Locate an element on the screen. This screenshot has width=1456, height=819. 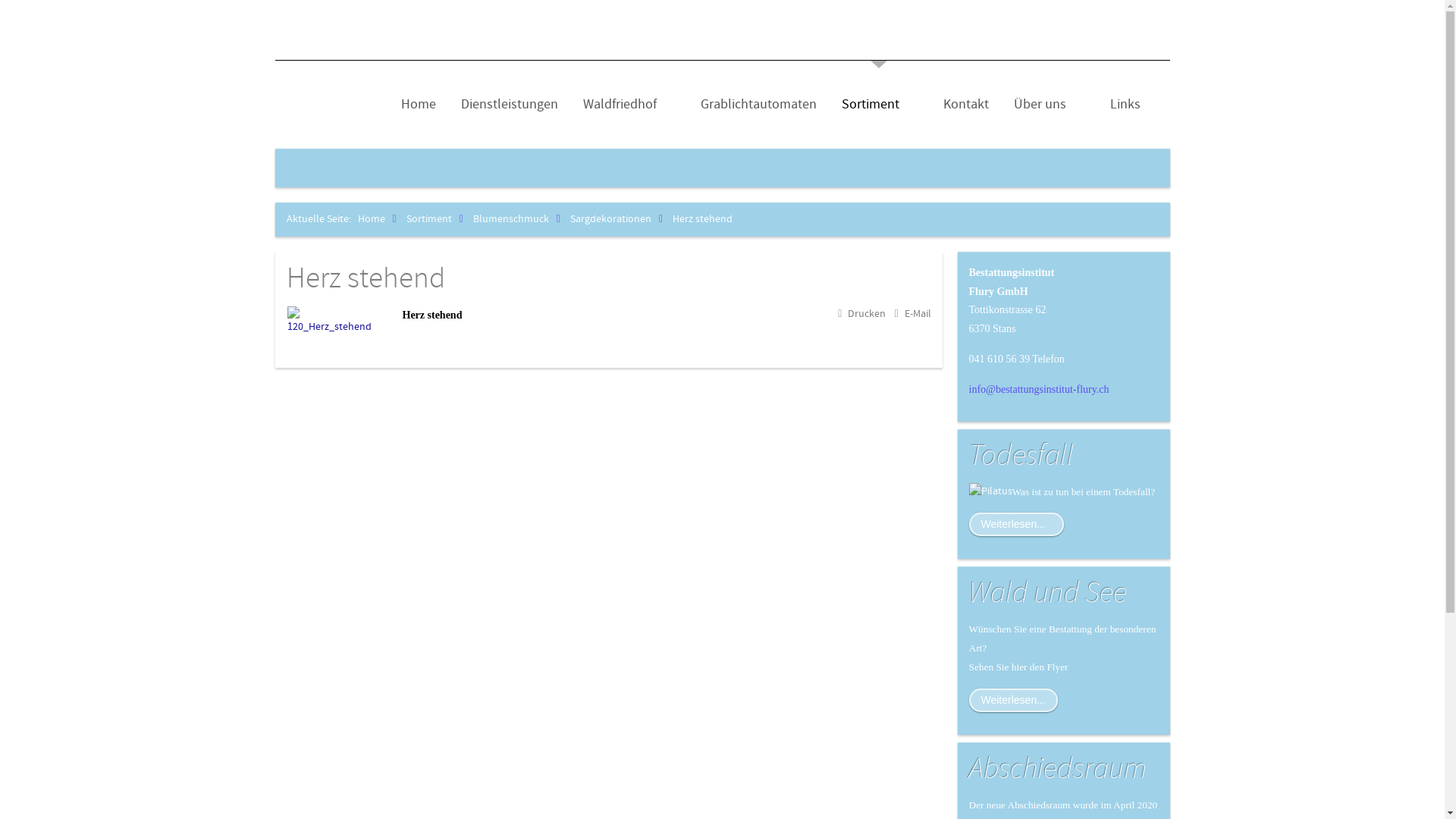
'Sortiment' is located at coordinates (438, 219).